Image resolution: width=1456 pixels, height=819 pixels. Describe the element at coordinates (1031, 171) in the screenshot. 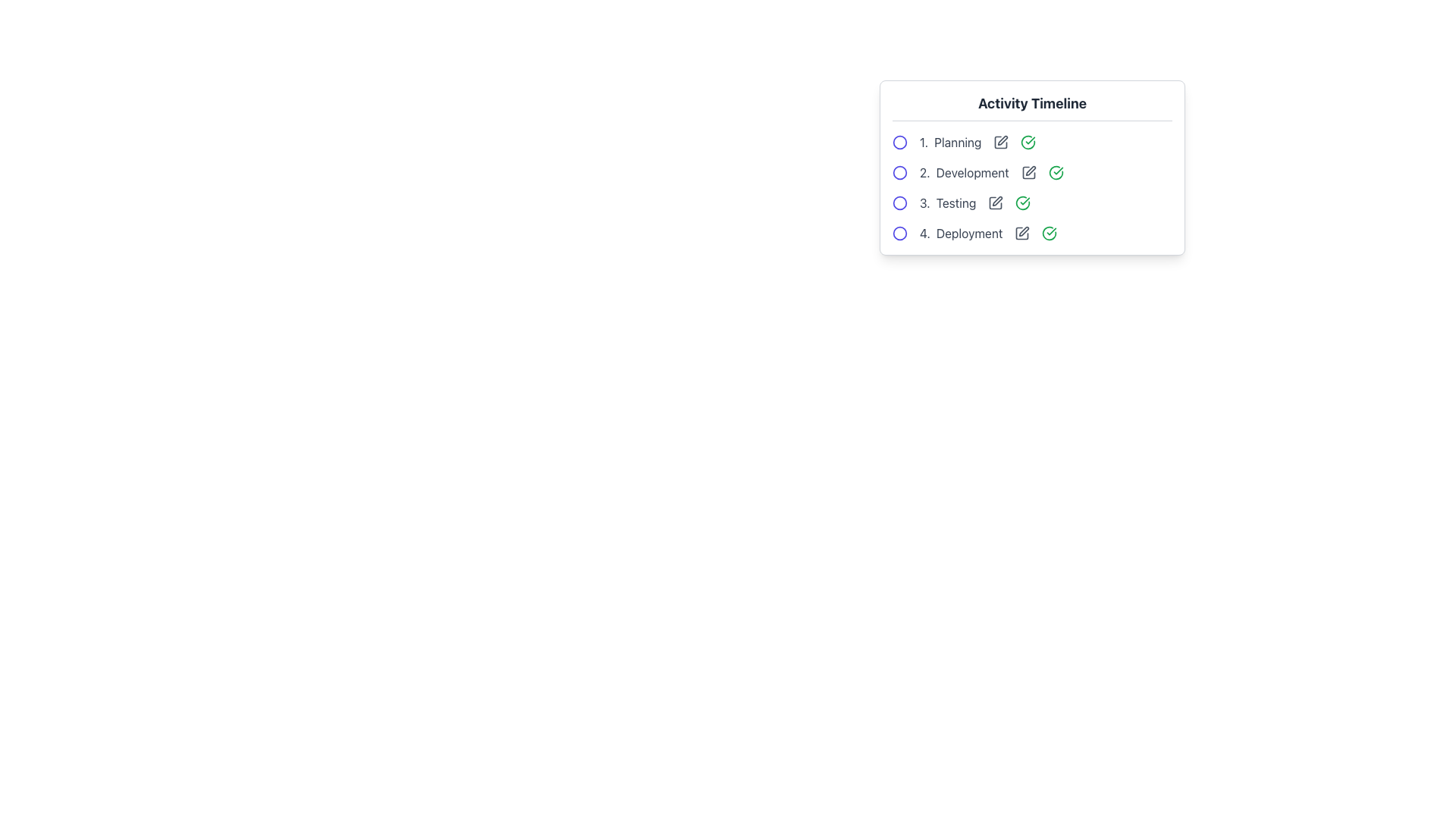

I see `the second list item in the 'Activity Timeline' component that provides information about the '2. Development' step` at that location.